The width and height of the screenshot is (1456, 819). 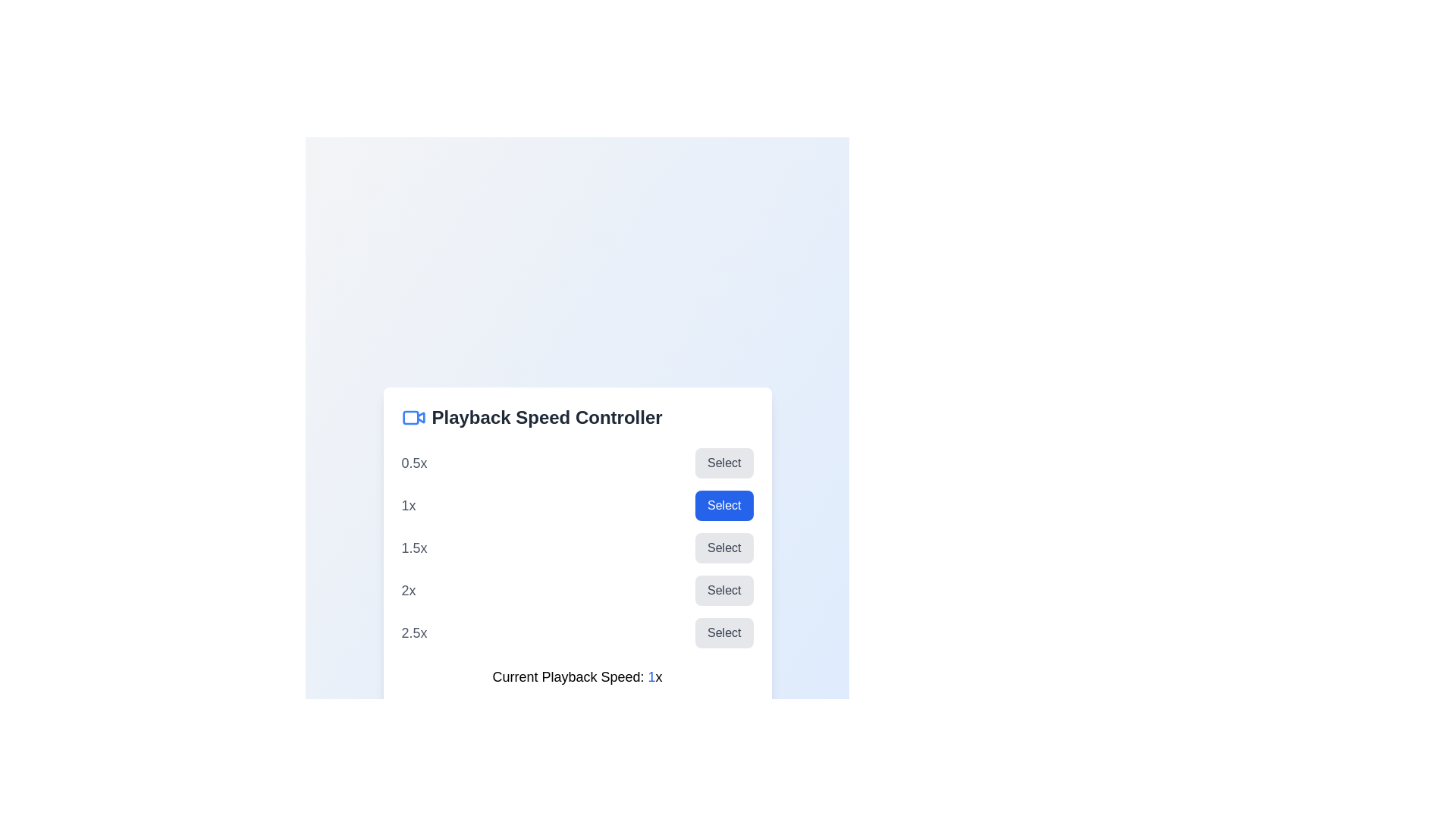 What do you see at coordinates (408, 506) in the screenshot?
I see `the text label displaying '1x' in a bold, gray-colored font, which is the leftmost component in the card interface under the 'Playback Speed Controller' heading` at bounding box center [408, 506].